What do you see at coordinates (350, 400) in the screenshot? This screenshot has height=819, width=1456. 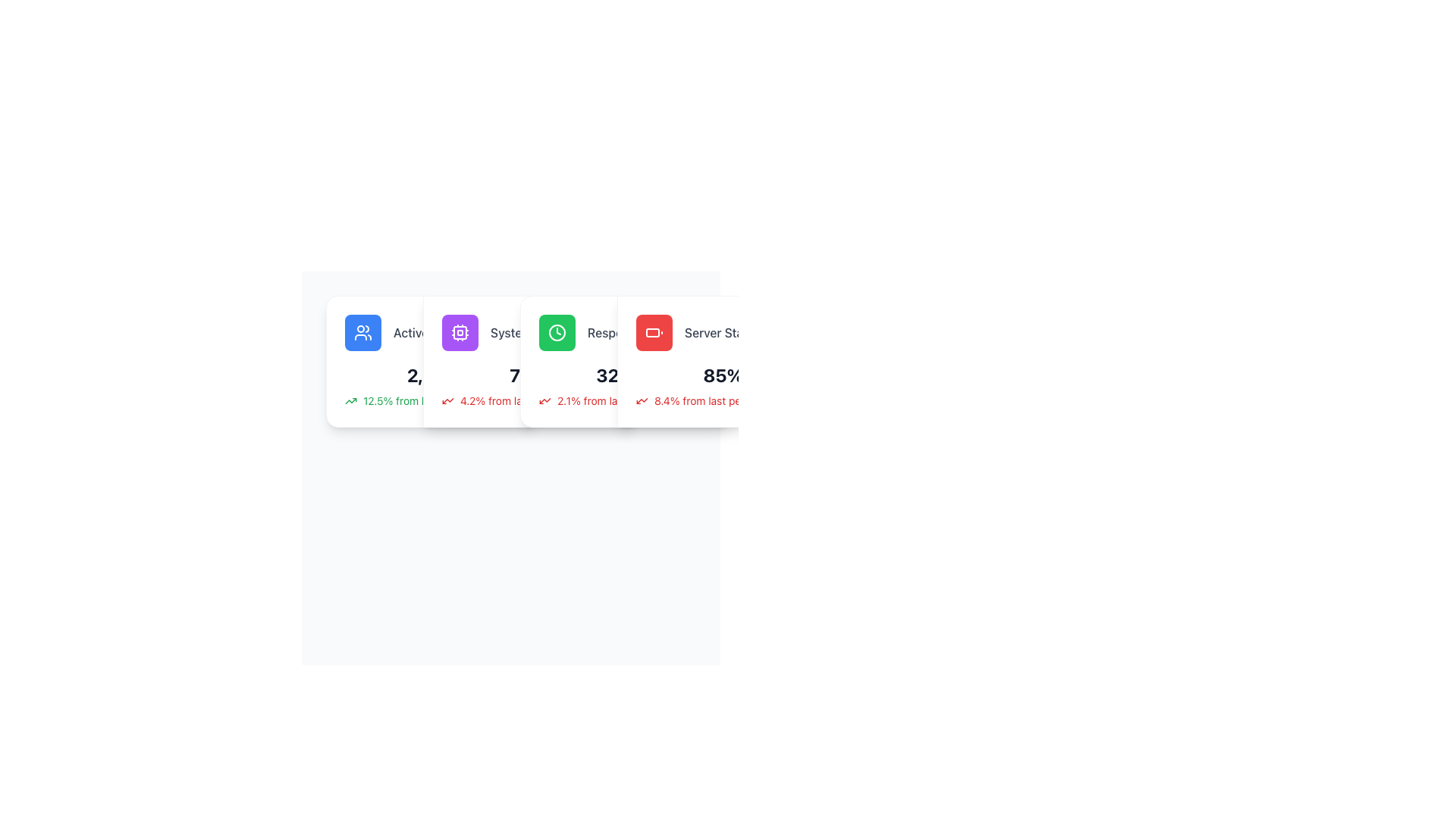 I see `the upward trending icon, which is positioned to the left of the text label '12.5% from last period' in the blue-colored section labeled 'Active'` at bounding box center [350, 400].